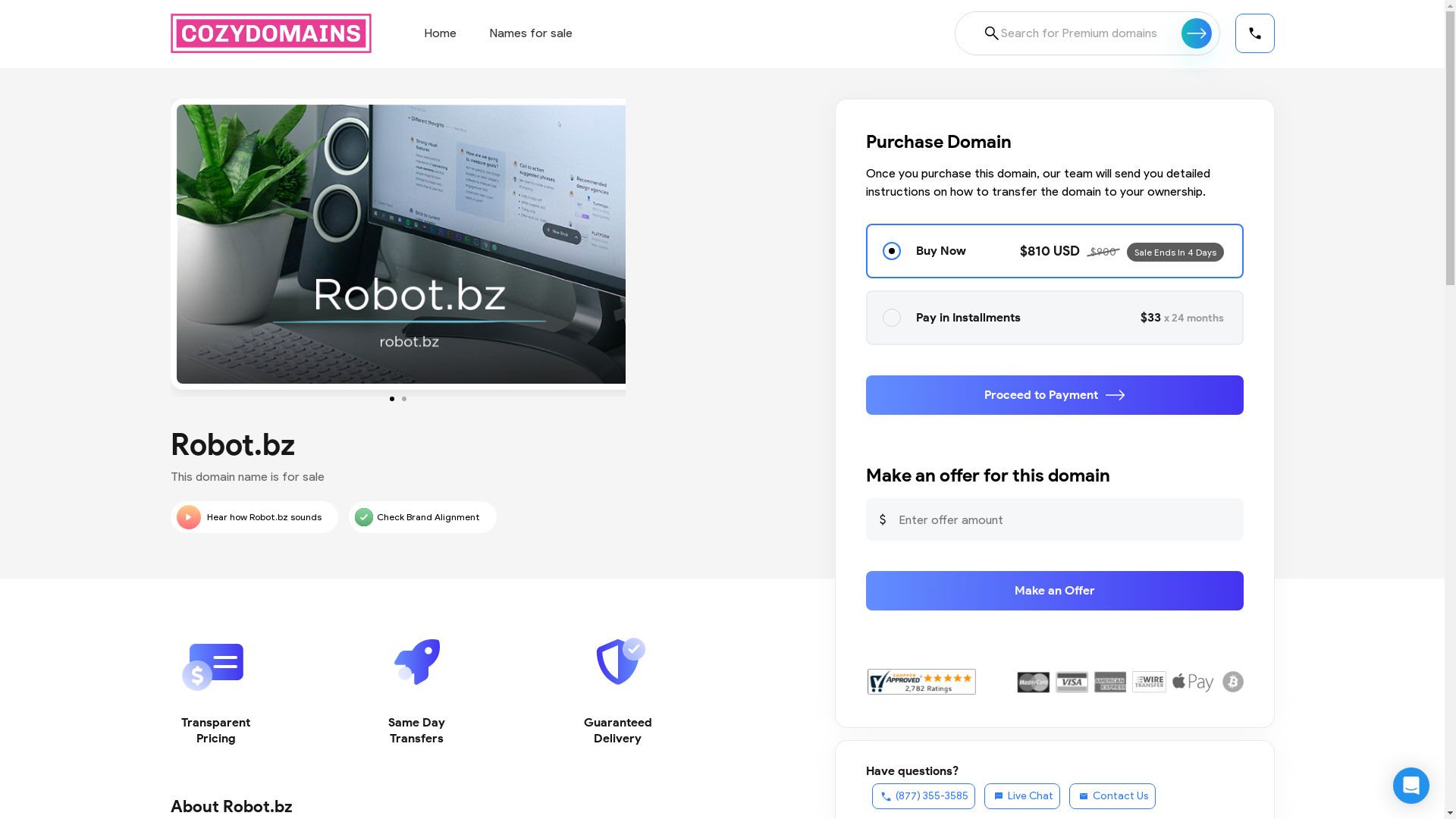  I want to click on 'Home', so click(439, 33).